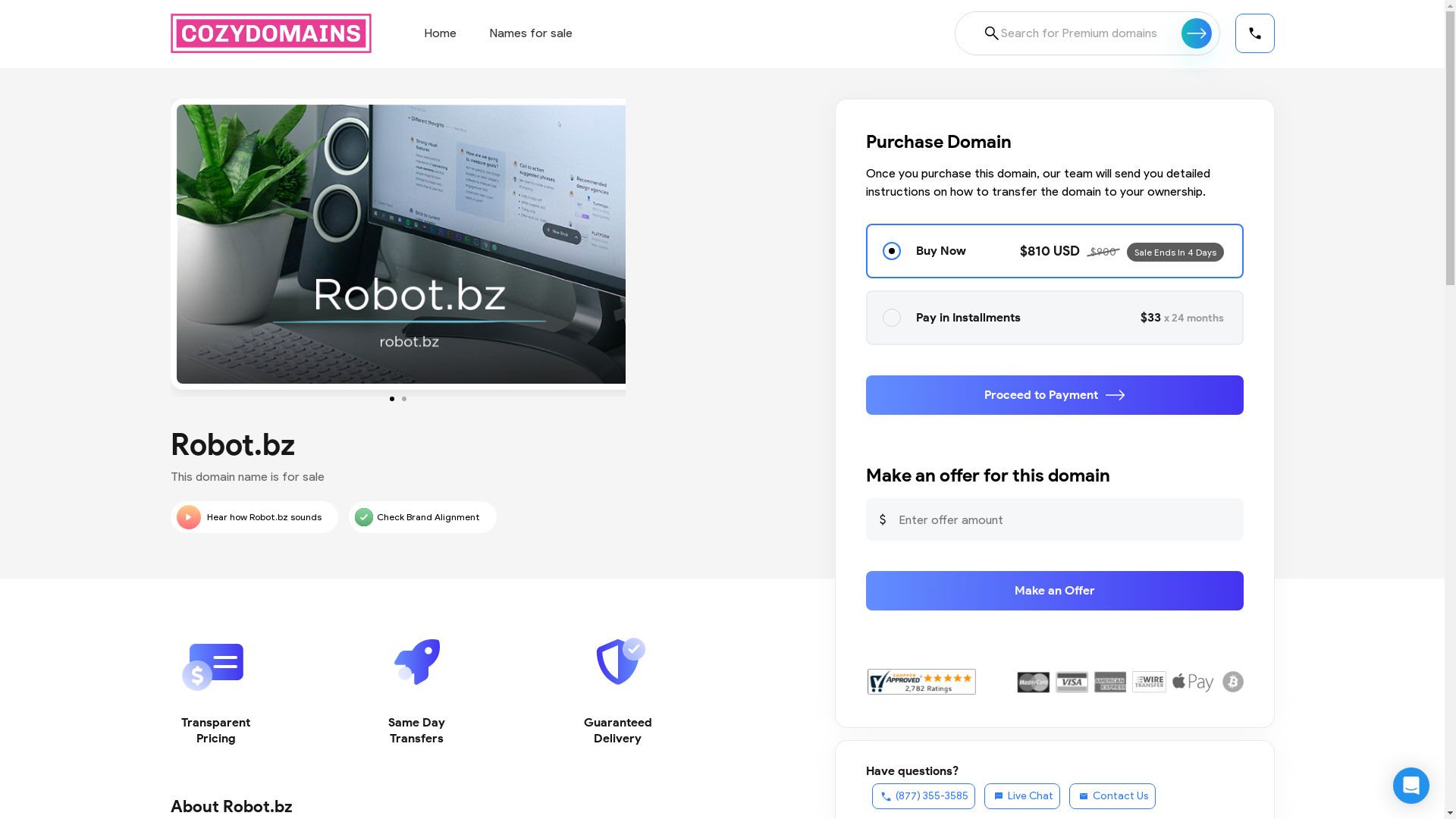  I want to click on 'Home', so click(439, 33).